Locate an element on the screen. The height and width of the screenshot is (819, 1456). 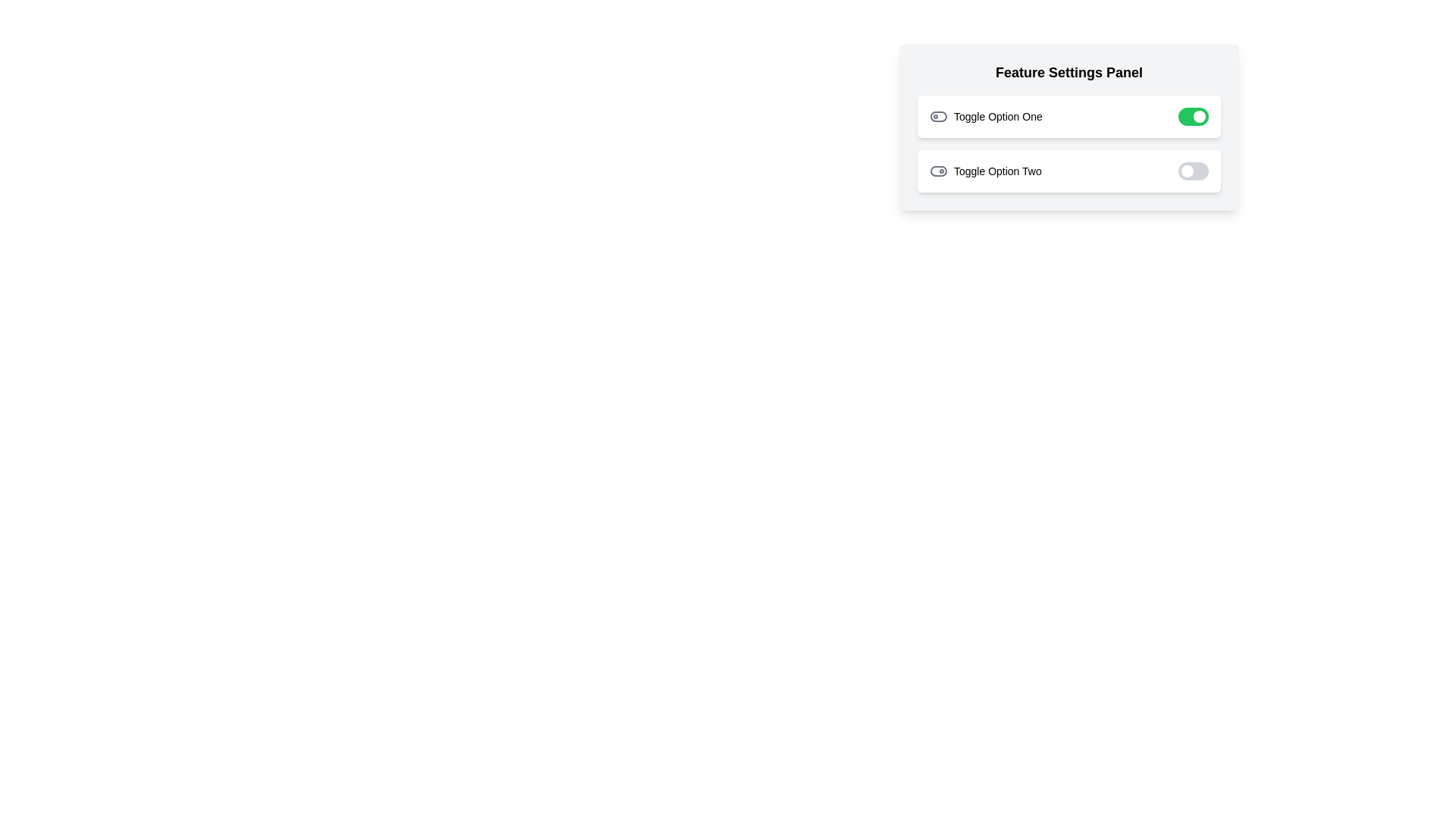
text of the Text label that indicates the specific feature or setting associated with the toggle control, positioned to the right of an icon and toggle control, as the second toggle option in a vertically aligned list within the feature settings panel is located at coordinates (997, 171).